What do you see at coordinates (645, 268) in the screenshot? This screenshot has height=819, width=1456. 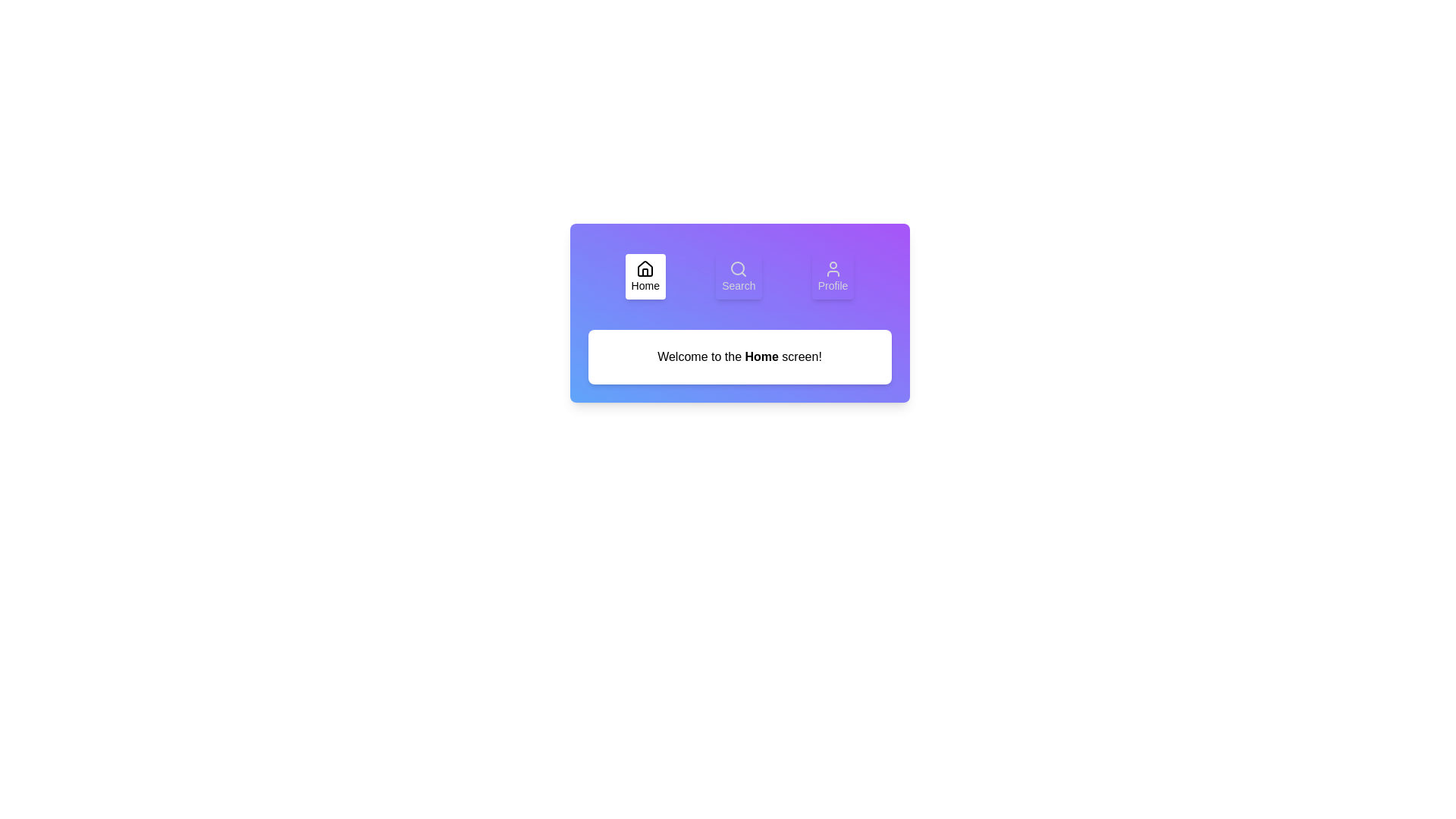 I see `the navigation icon located in the first position among three icons` at bounding box center [645, 268].